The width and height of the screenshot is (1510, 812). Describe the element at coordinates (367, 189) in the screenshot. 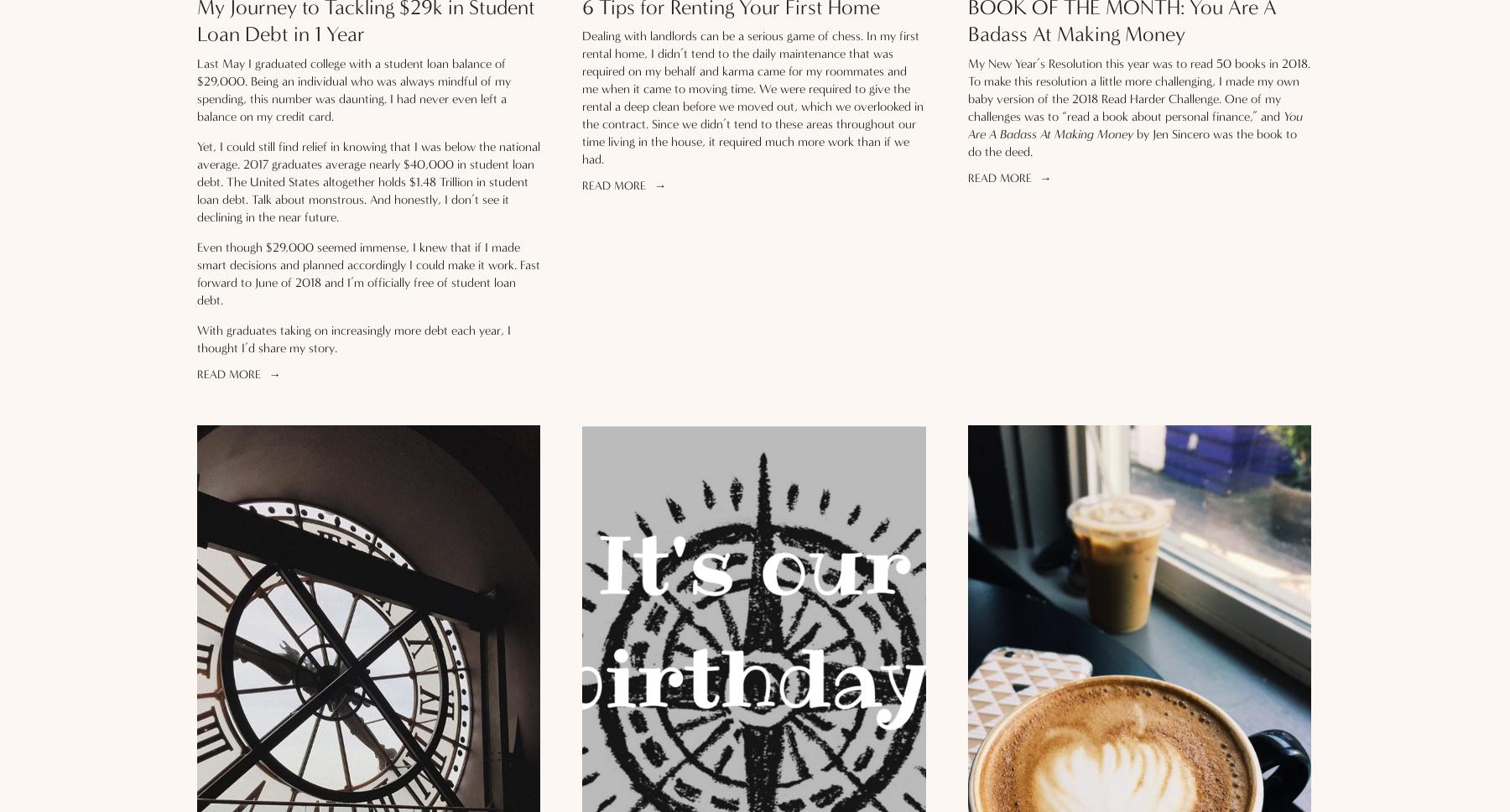

I see `'nearly $40,000 in student loan debt. The United States altogether holds $1.48 Trillion in student loan debt. Talk about monstrous. And honestly, I don’t see it declining in the near future.'` at that location.